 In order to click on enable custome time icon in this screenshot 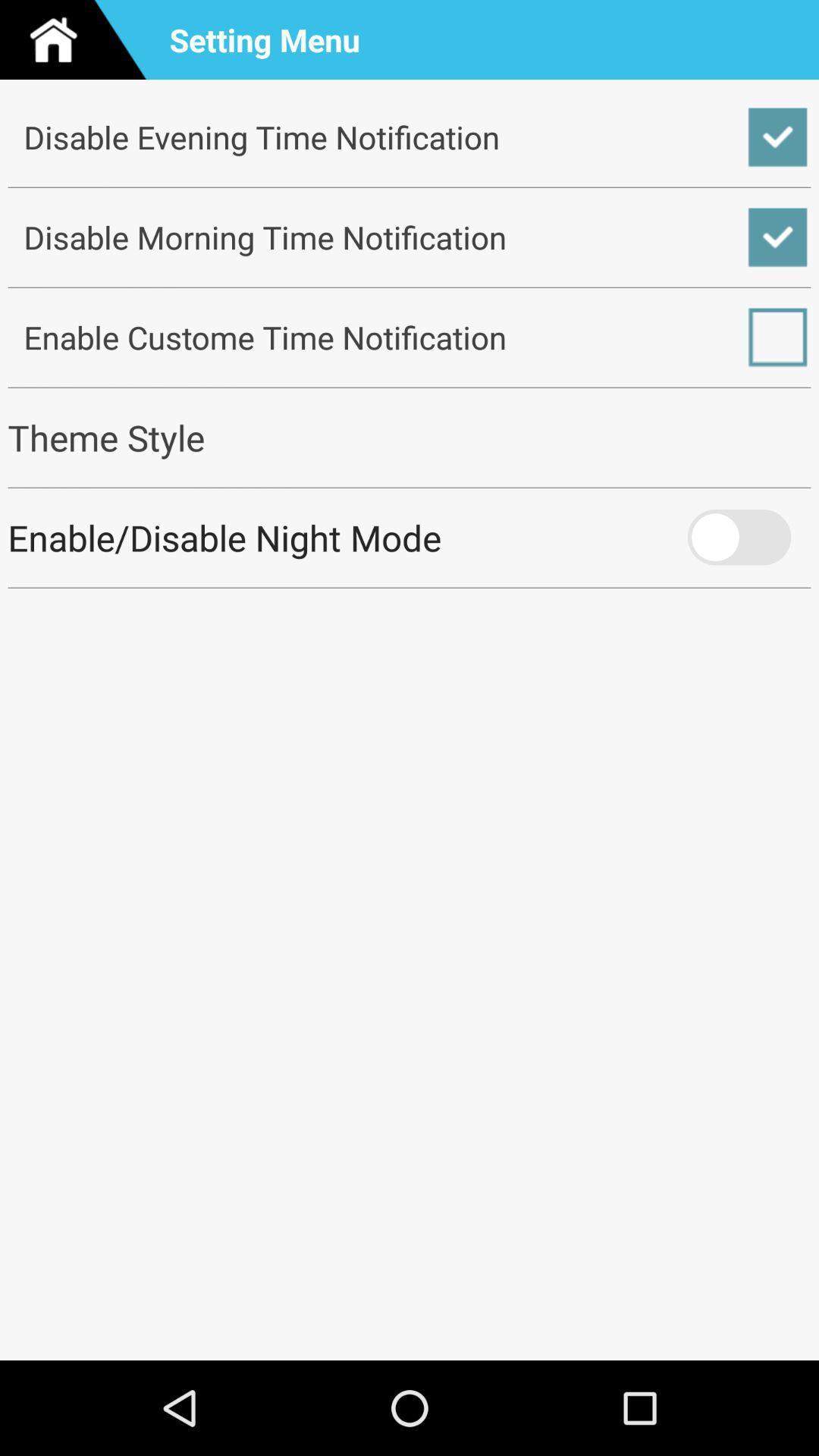, I will do `click(409, 337)`.